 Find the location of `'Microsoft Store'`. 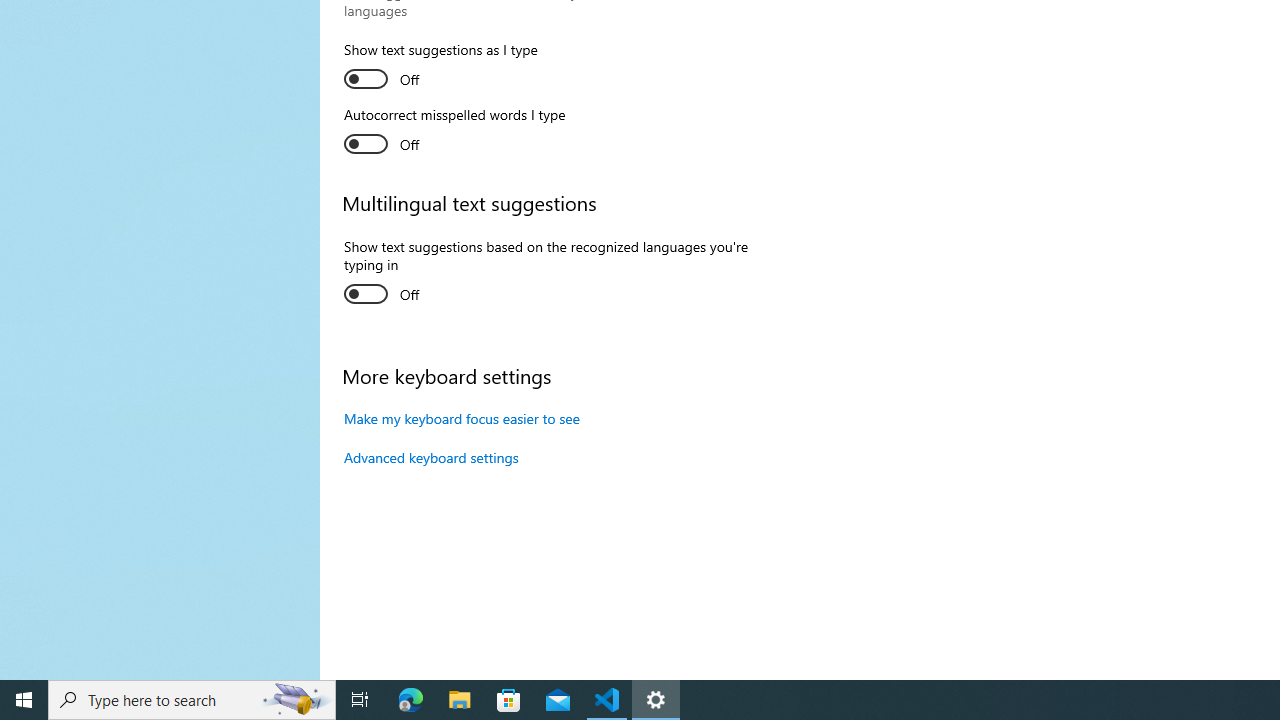

'Microsoft Store' is located at coordinates (509, 698).